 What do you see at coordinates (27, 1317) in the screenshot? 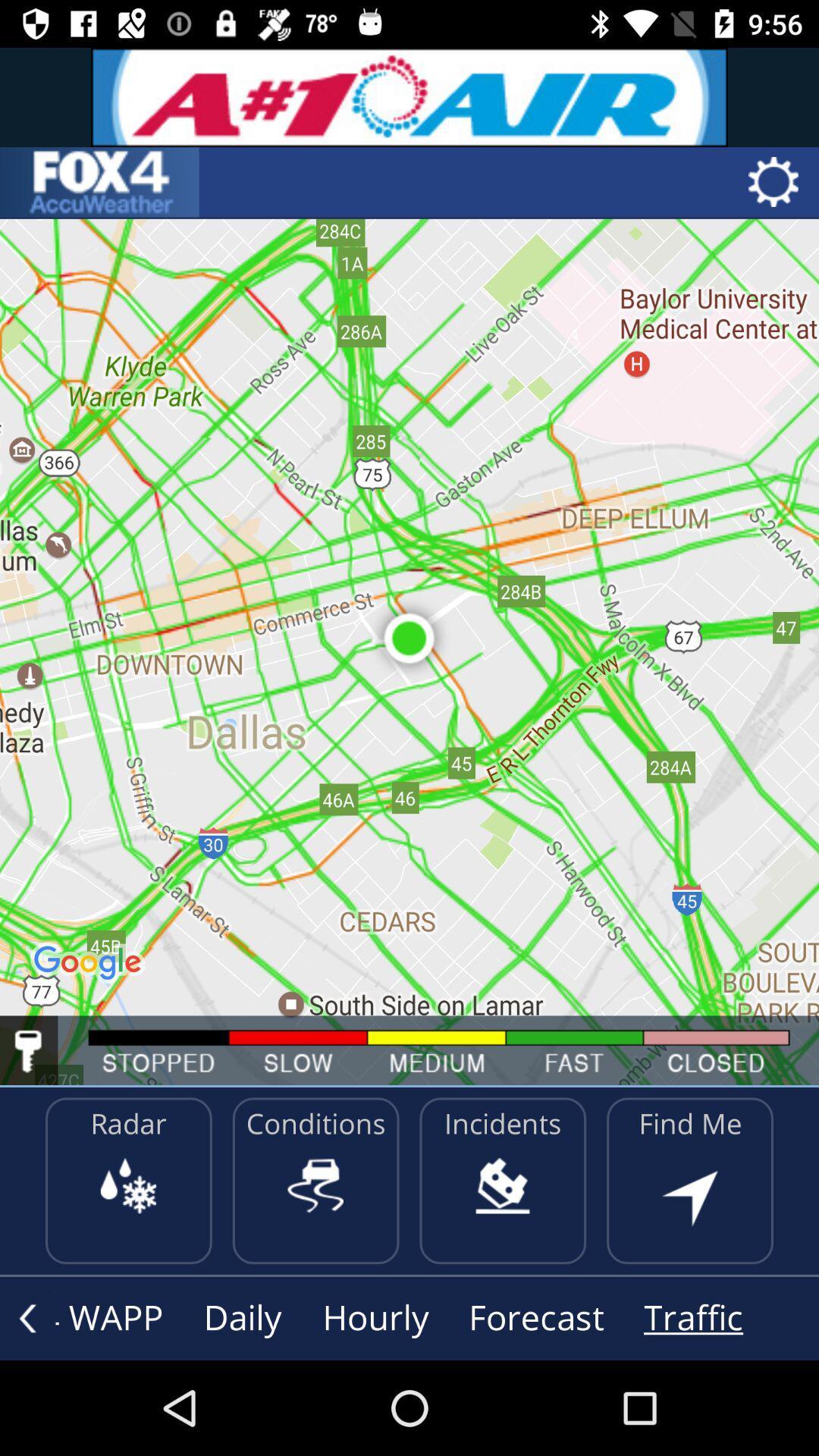
I see `previous page` at bounding box center [27, 1317].